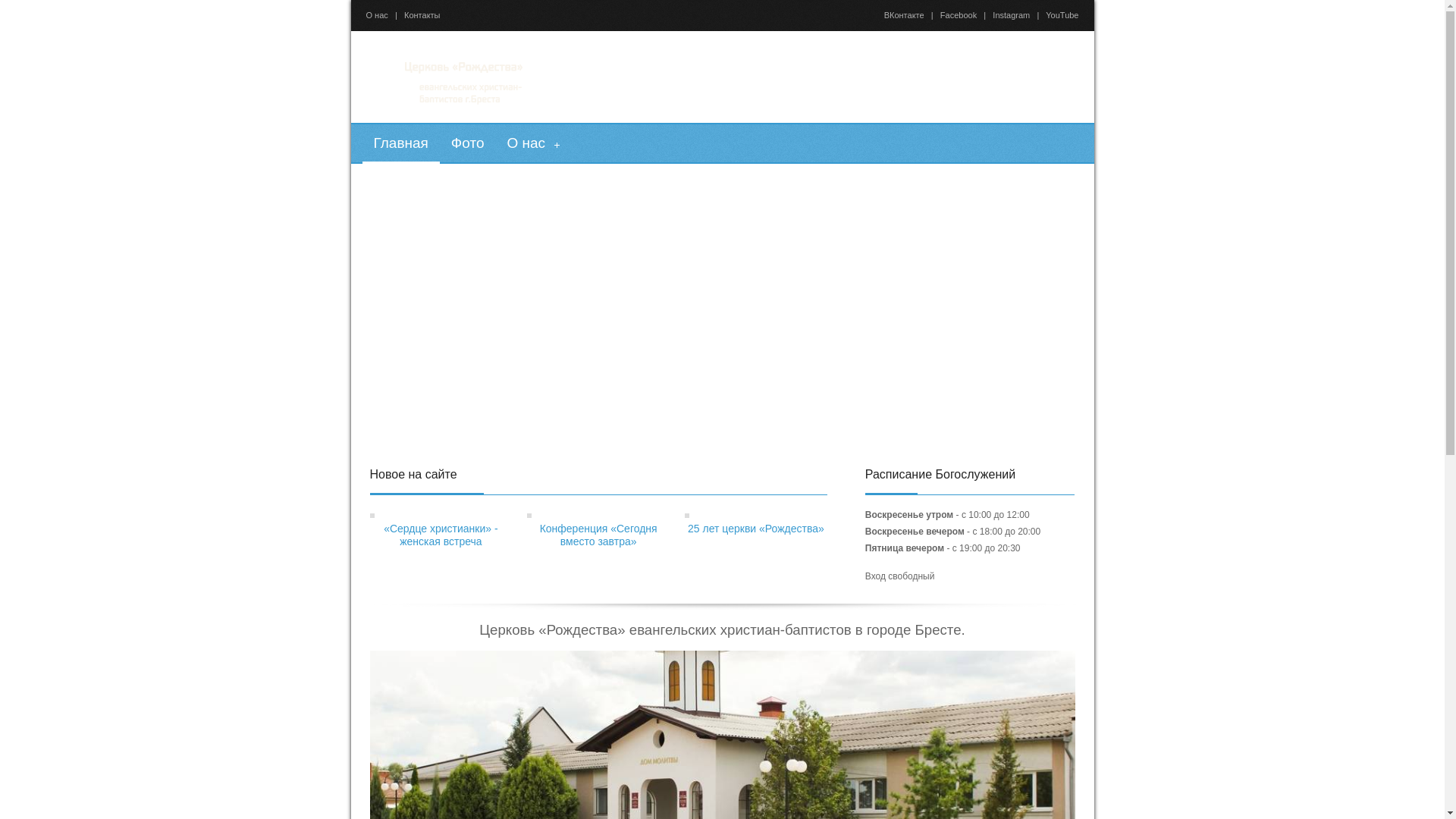  What do you see at coordinates (1011, 14) in the screenshot?
I see `'Instagram'` at bounding box center [1011, 14].